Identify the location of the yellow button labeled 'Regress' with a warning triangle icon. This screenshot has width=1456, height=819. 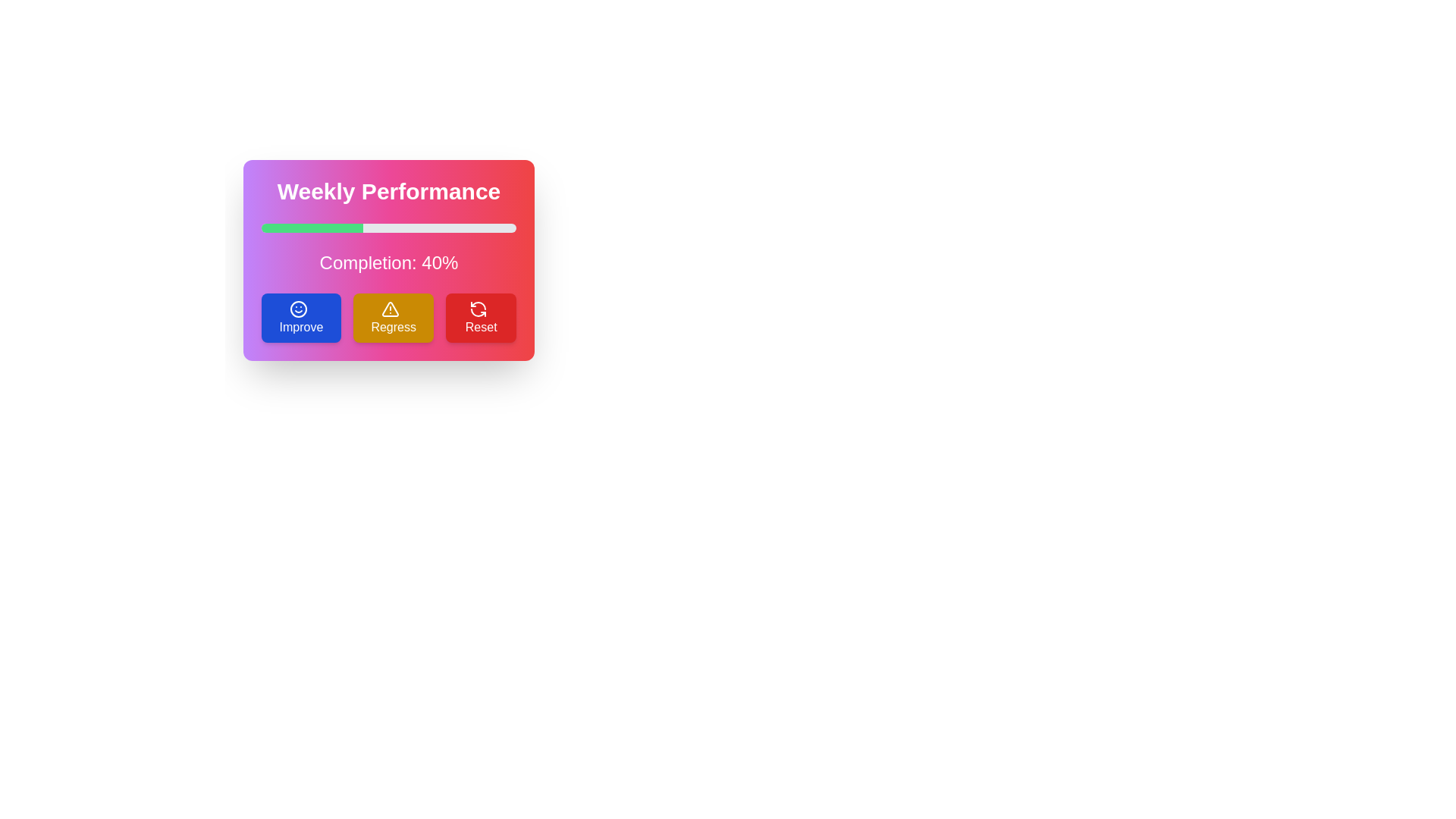
(394, 317).